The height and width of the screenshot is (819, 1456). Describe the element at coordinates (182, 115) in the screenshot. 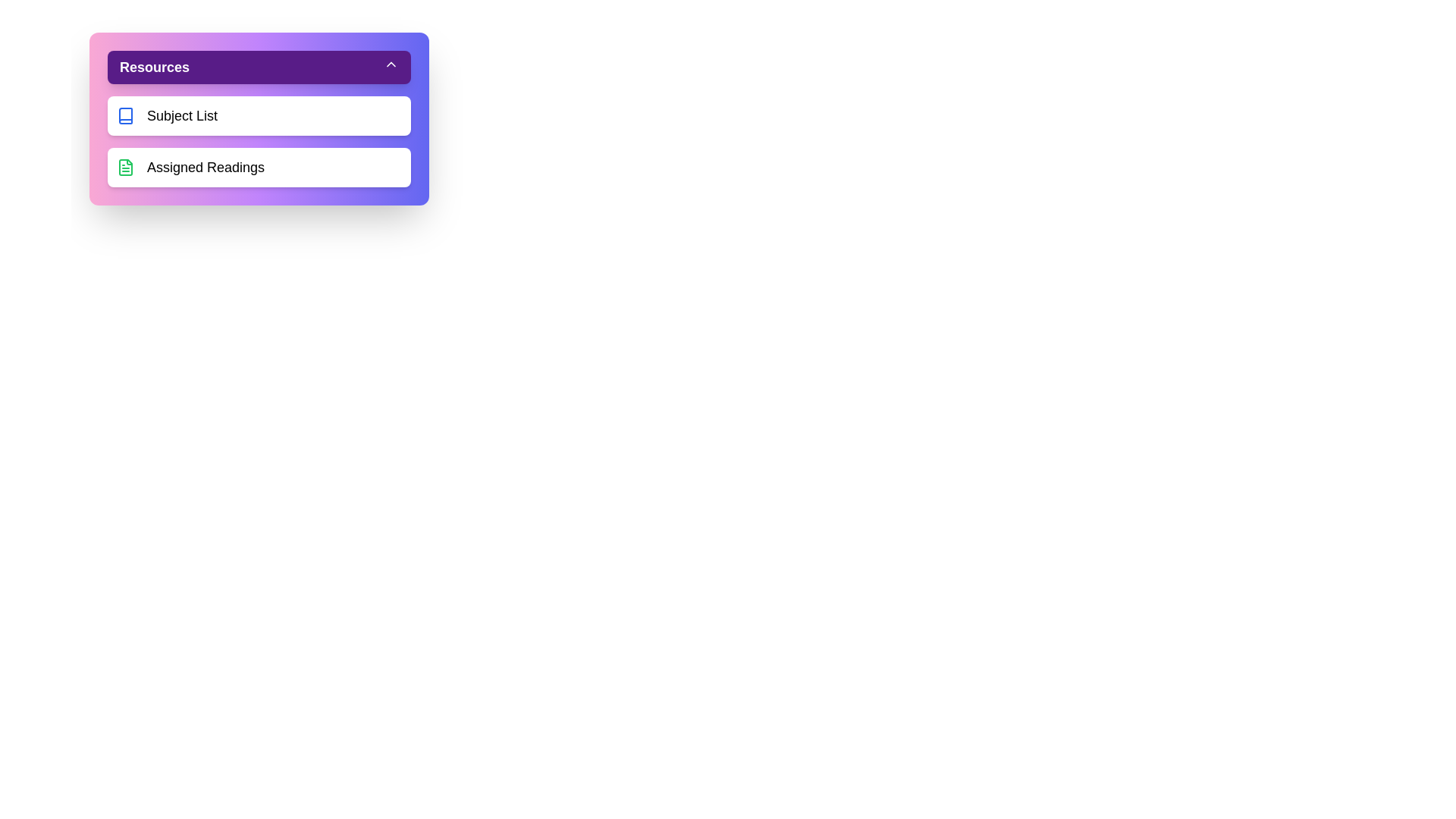

I see `the 'Subject List' text label located within the 'Resources' panel, which is positioned above 'Assigned Readings' and next to a book icon` at that location.